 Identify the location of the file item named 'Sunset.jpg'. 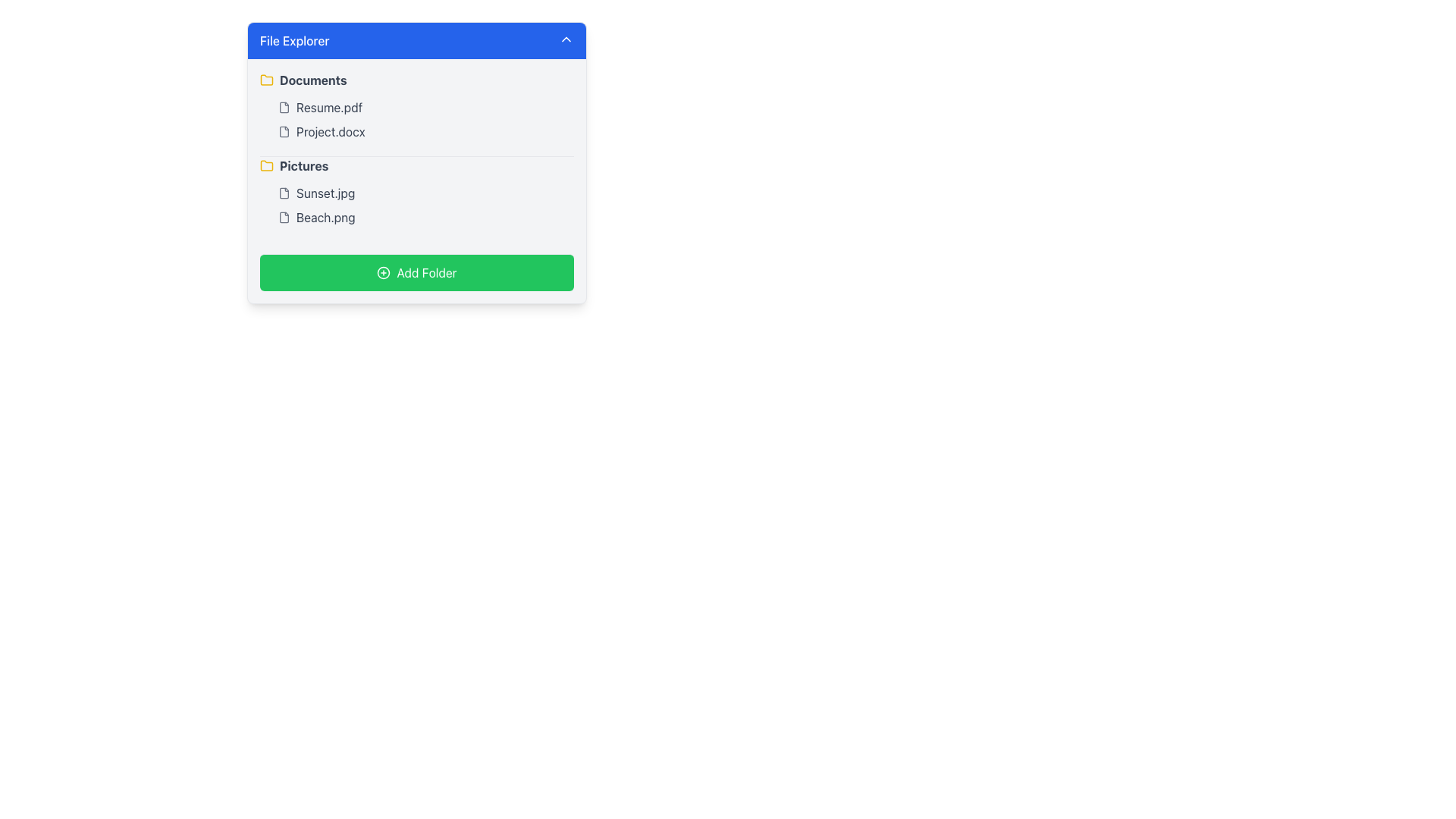
(425, 192).